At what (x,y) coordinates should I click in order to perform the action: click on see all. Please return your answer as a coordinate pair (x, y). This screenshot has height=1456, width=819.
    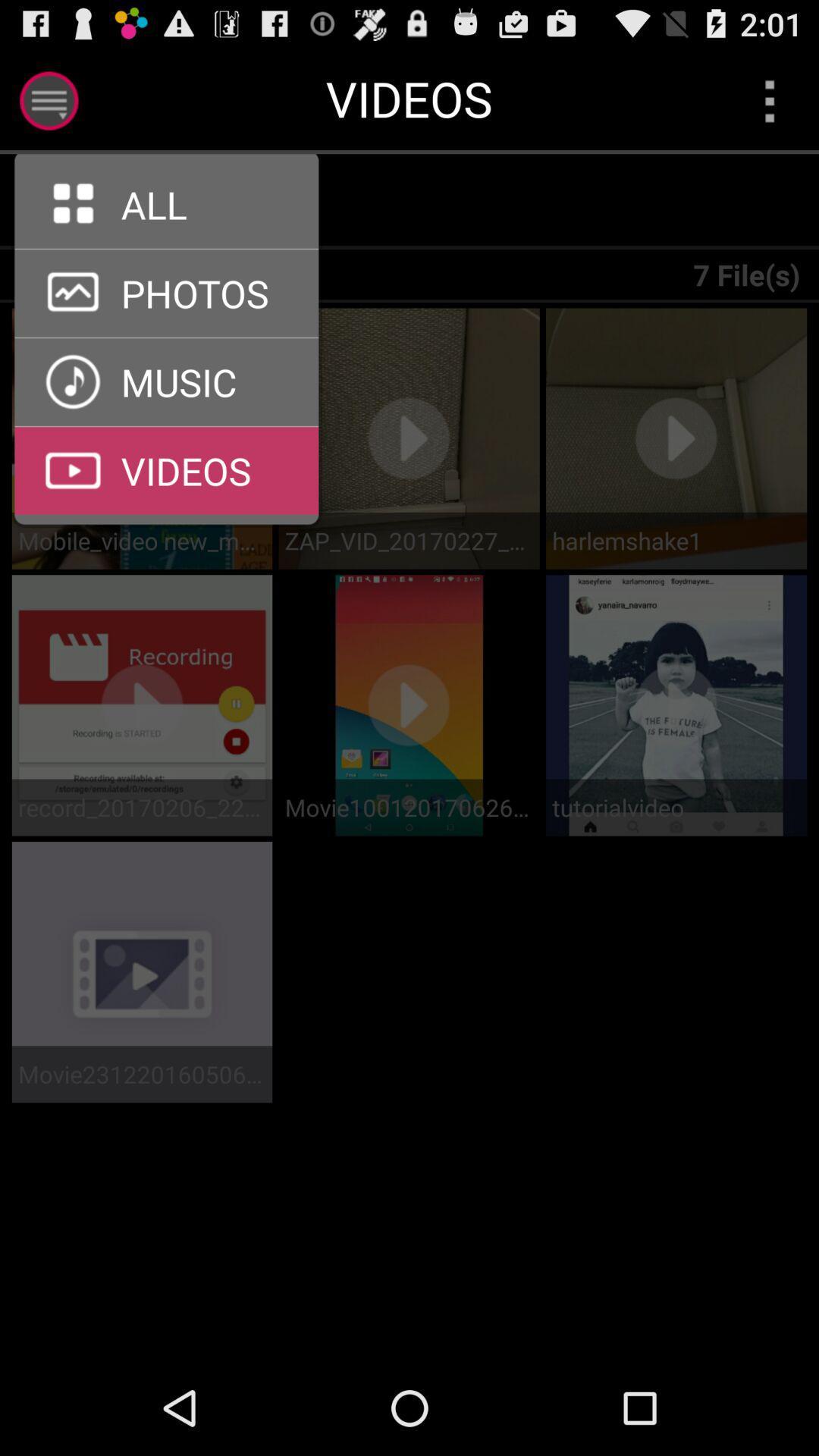
    Looking at the image, I should click on (166, 249).